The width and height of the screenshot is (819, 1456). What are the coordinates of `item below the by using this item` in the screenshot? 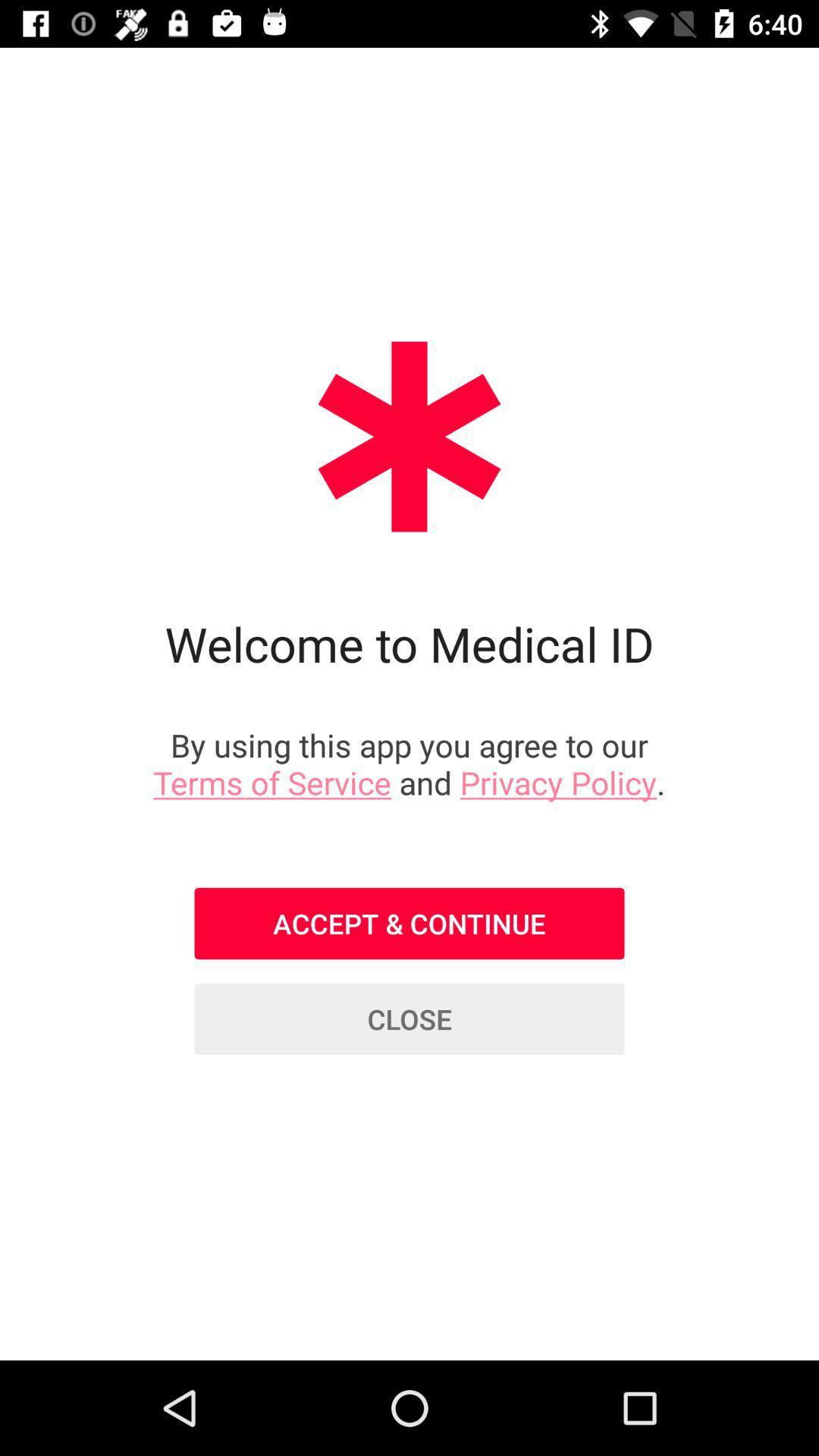 It's located at (409, 923).